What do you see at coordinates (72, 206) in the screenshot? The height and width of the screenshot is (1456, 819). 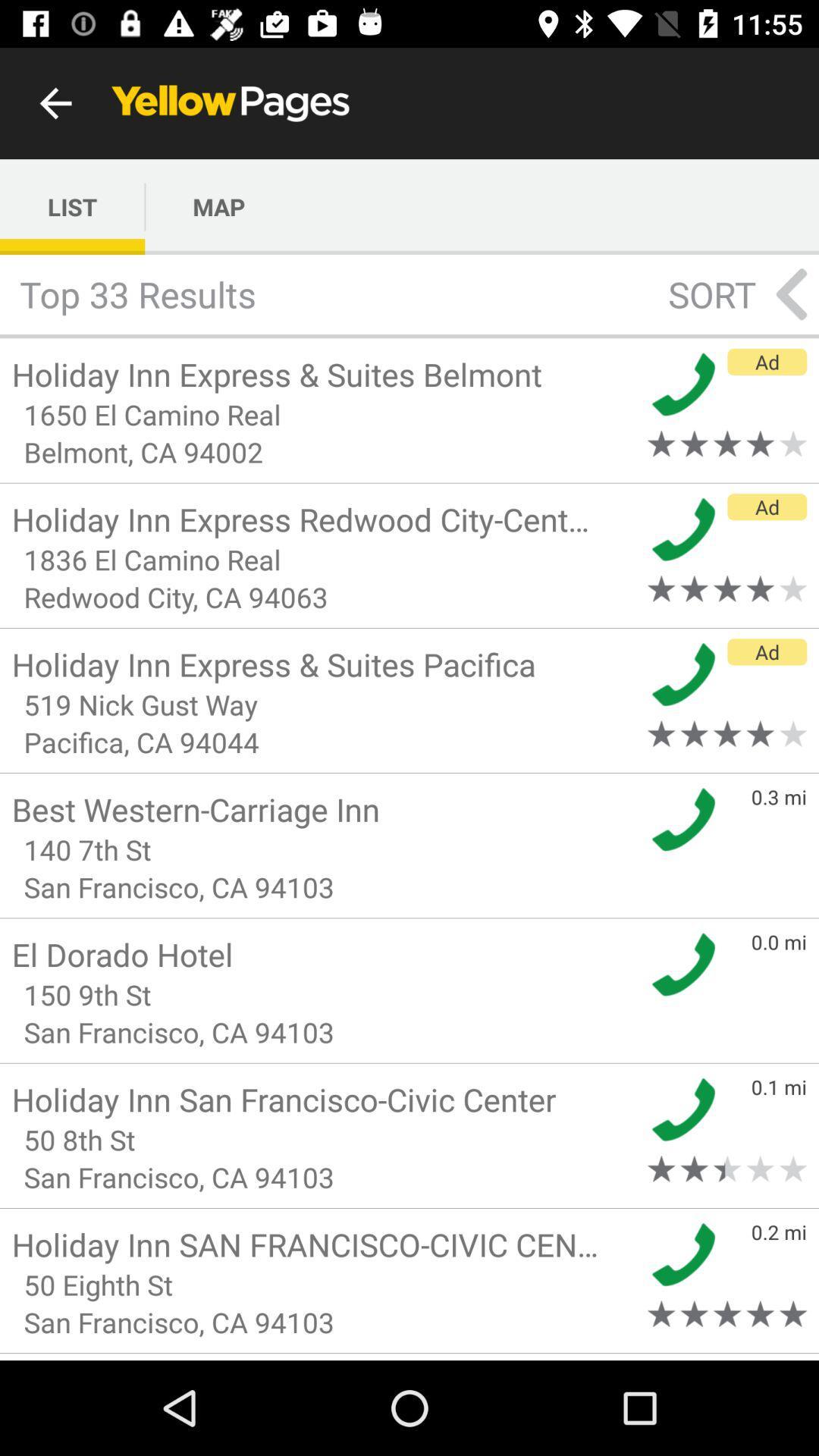 I see `the list` at bounding box center [72, 206].